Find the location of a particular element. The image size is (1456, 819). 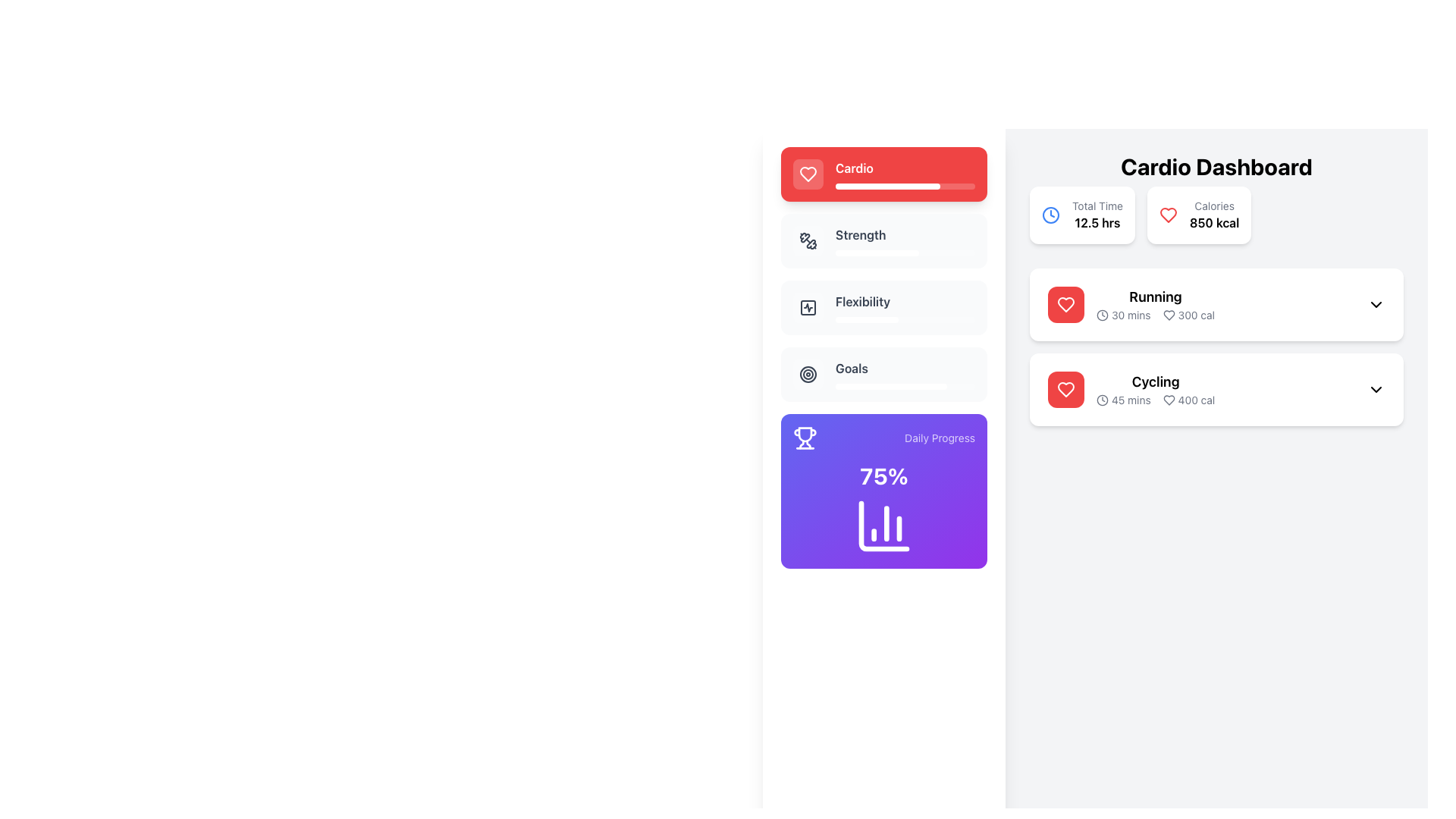

text '45 mins' next to the clock icon located beneath the 'Cycling' label in the second card of the 'Cardio Dashboard' section is located at coordinates (1123, 400).